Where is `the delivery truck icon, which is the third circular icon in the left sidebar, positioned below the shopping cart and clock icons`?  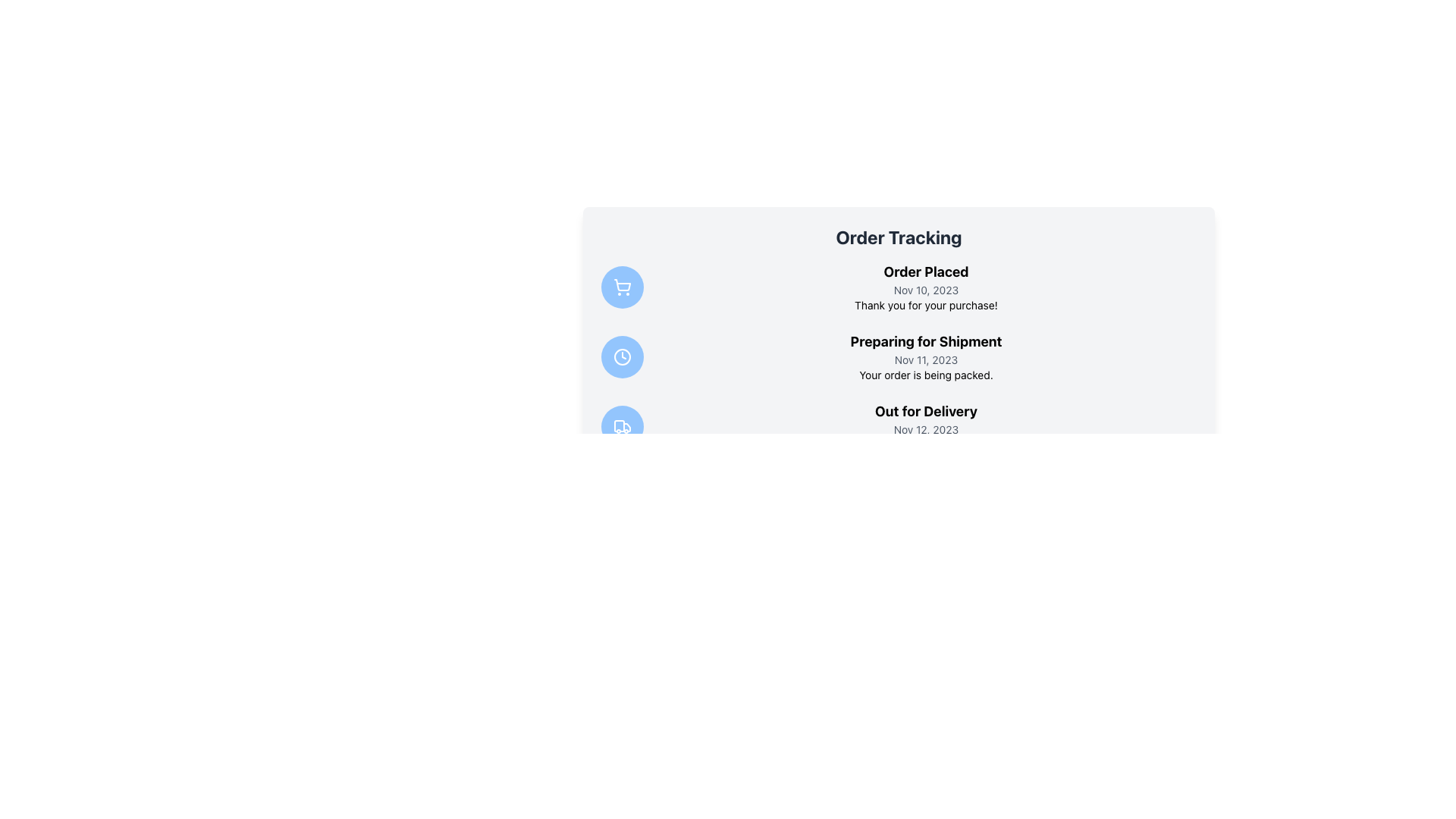
the delivery truck icon, which is the third circular icon in the left sidebar, positioned below the shopping cart and clock icons is located at coordinates (622, 427).